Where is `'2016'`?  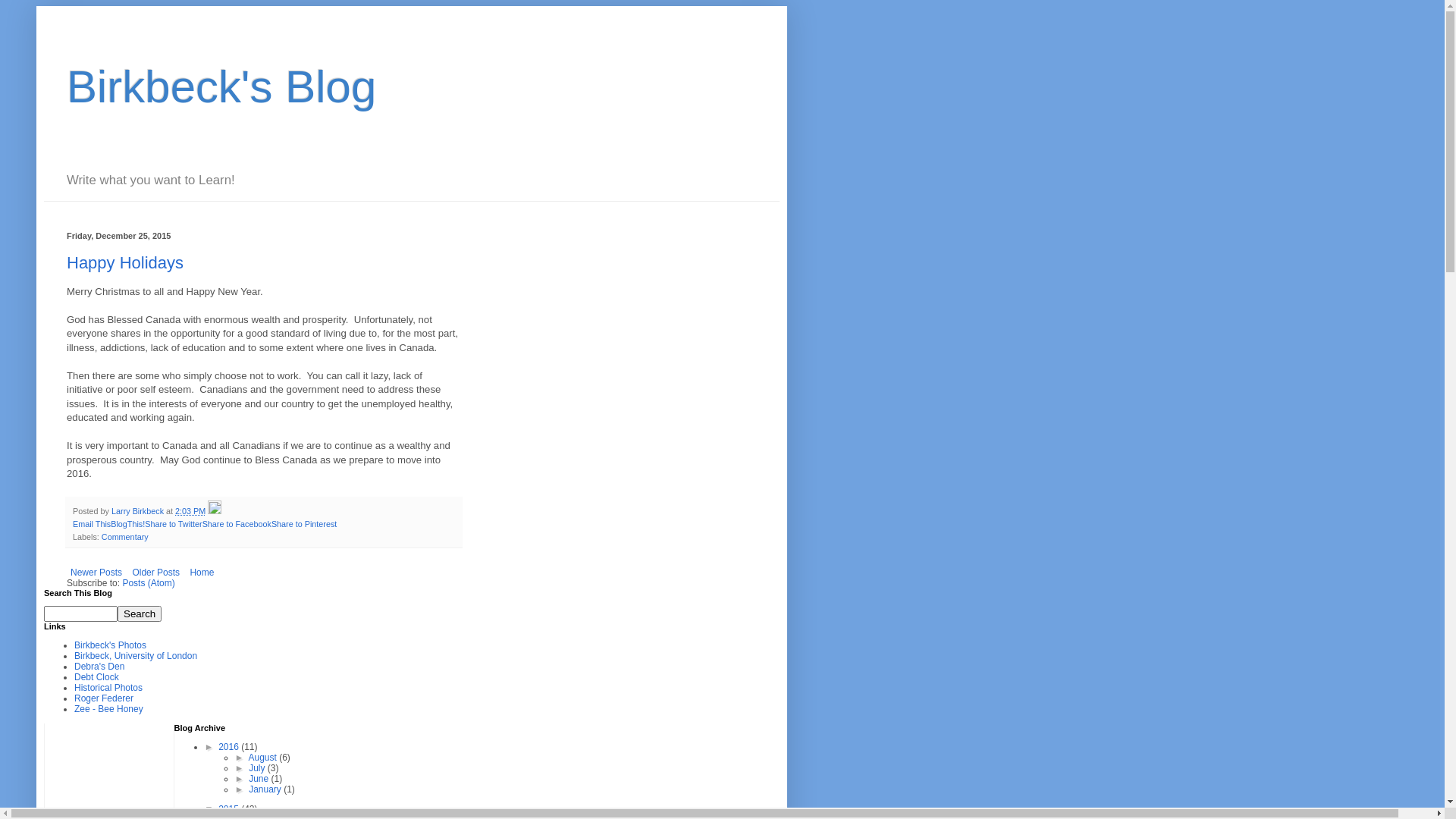
'2016' is located at coordinates (228, 745).